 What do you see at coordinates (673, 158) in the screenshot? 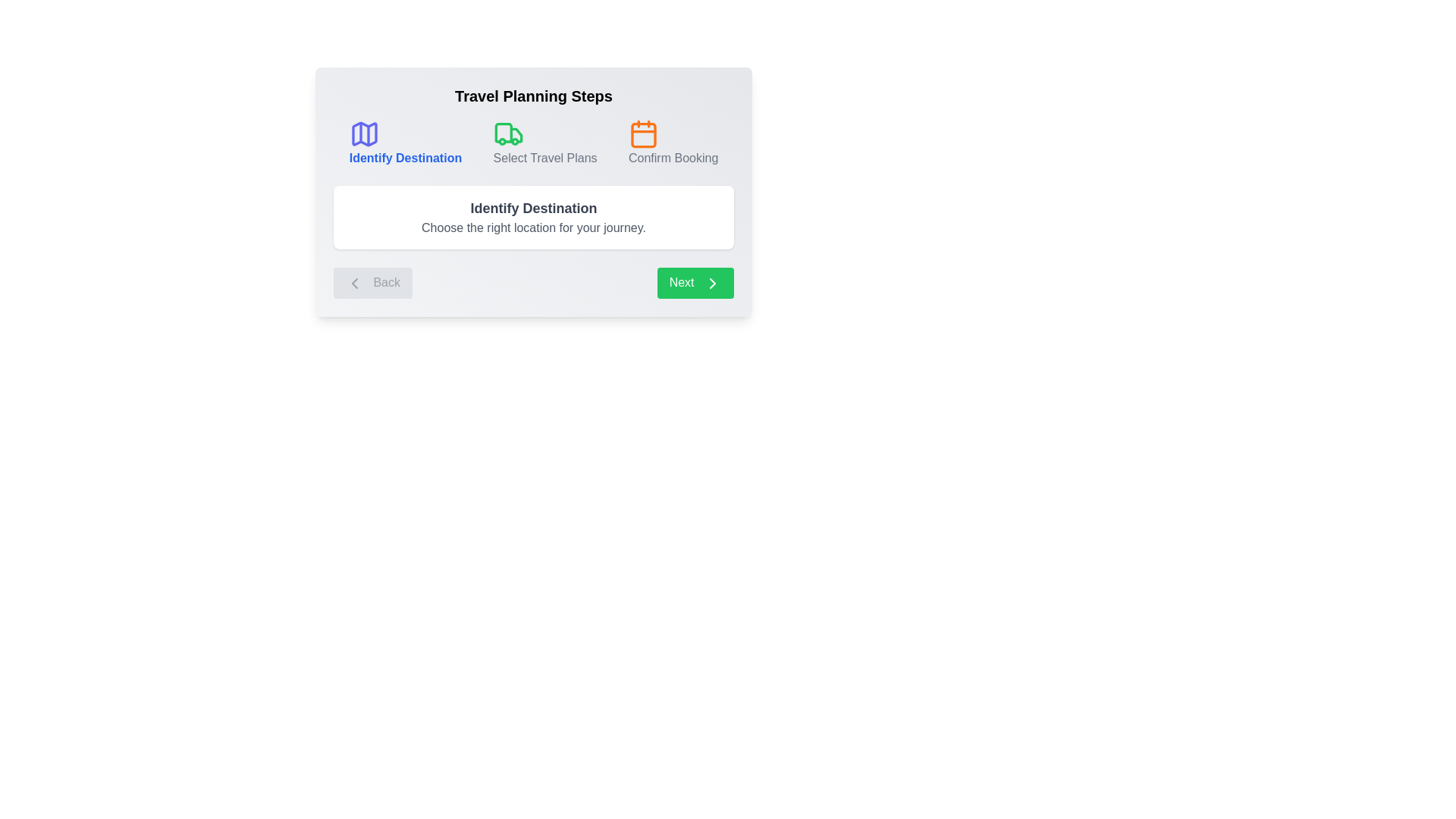
I see `the 'Confirm Booking' text label, which indicates the third step in the travel planning workflow, located in the light gray section below the 'Travel Planning Steps' heading` at bounding box center [673, 158].